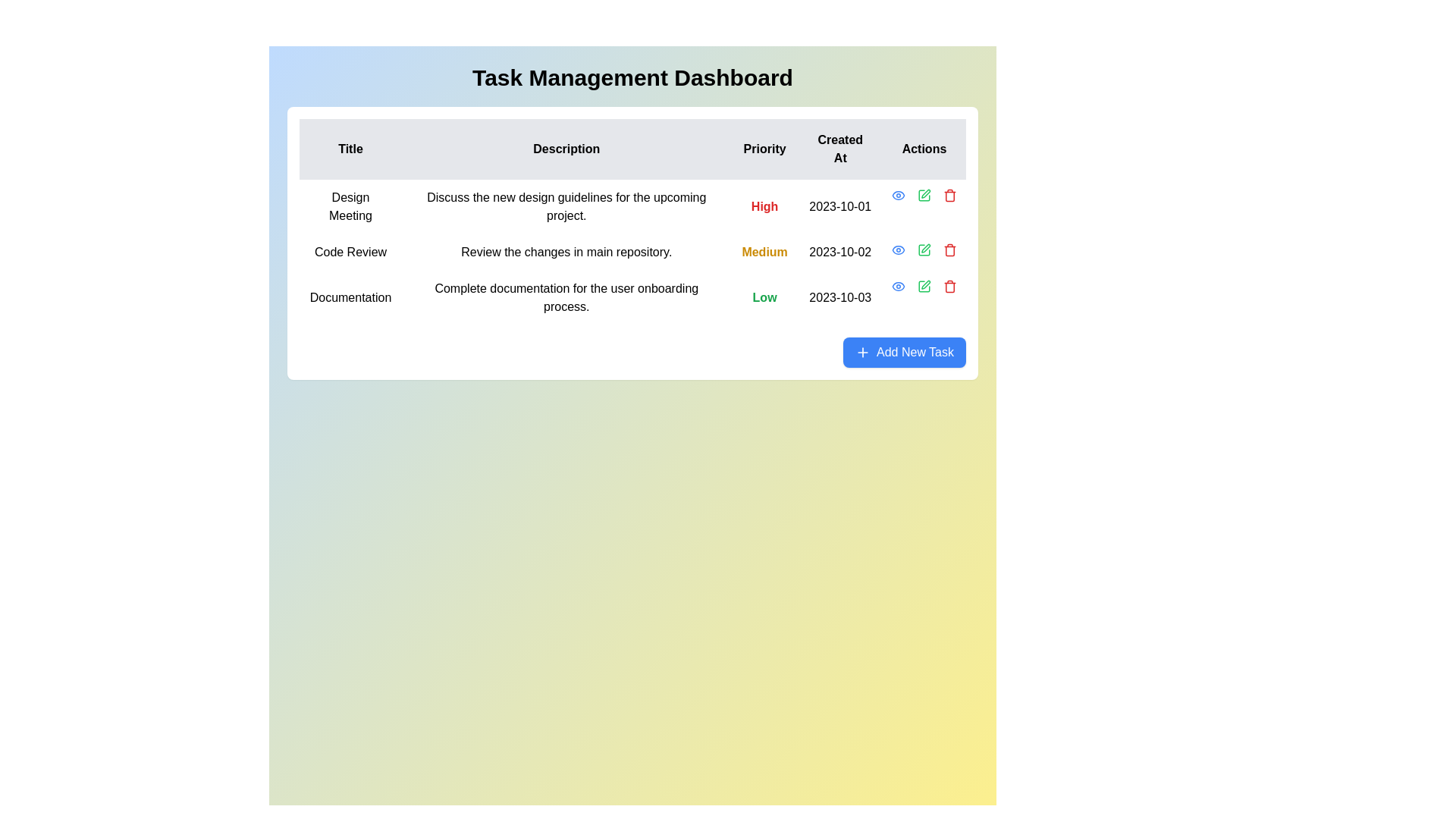 The image size is (1456, 819). Describe the element at coordinates (949, 196) in the screenshot. I see `the vertical line with rounded ends that is part of the trash icon in the 'Actions' column of the task table corresponding to the 'Documentation' row` at that location.